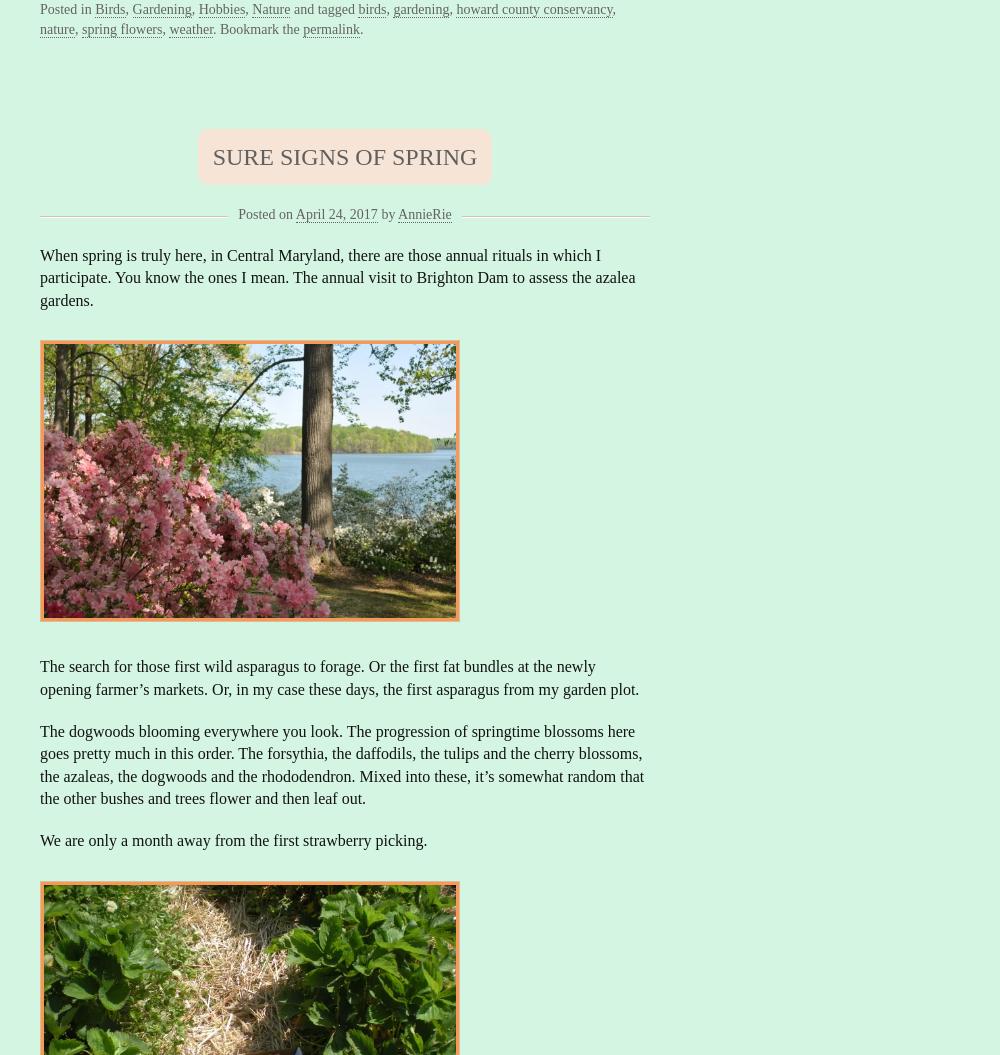 The image size is (1000, 1055). Describe the element at coordinates (421, 9) in the screenshot. I see `'gardening'` at that location.